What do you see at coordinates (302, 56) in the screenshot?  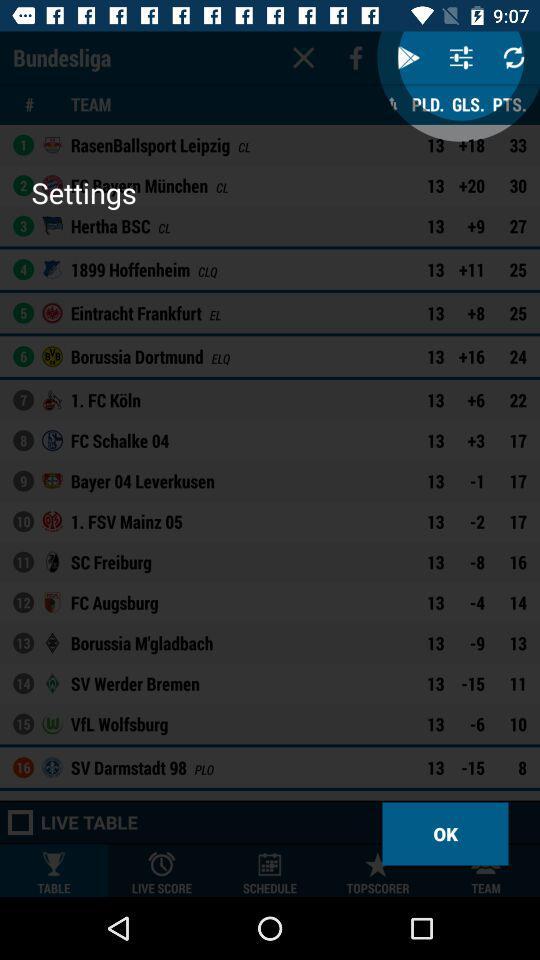 I see `the close icon` at bounding box center [302, 56].